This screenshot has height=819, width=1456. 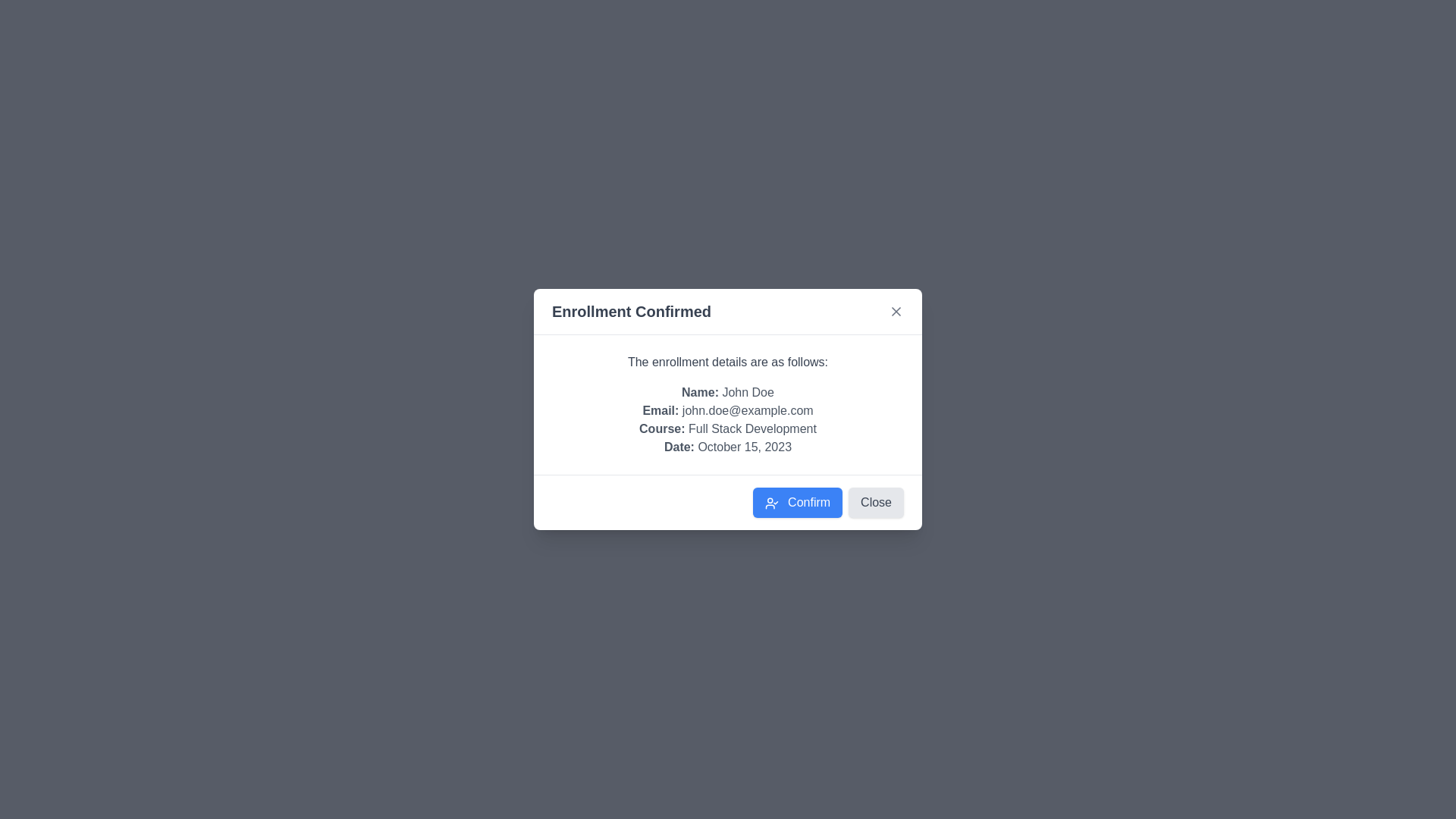 I want to click on the 'X' button in the top-right corner of the dialog to close it, so click(x=896, y=311).